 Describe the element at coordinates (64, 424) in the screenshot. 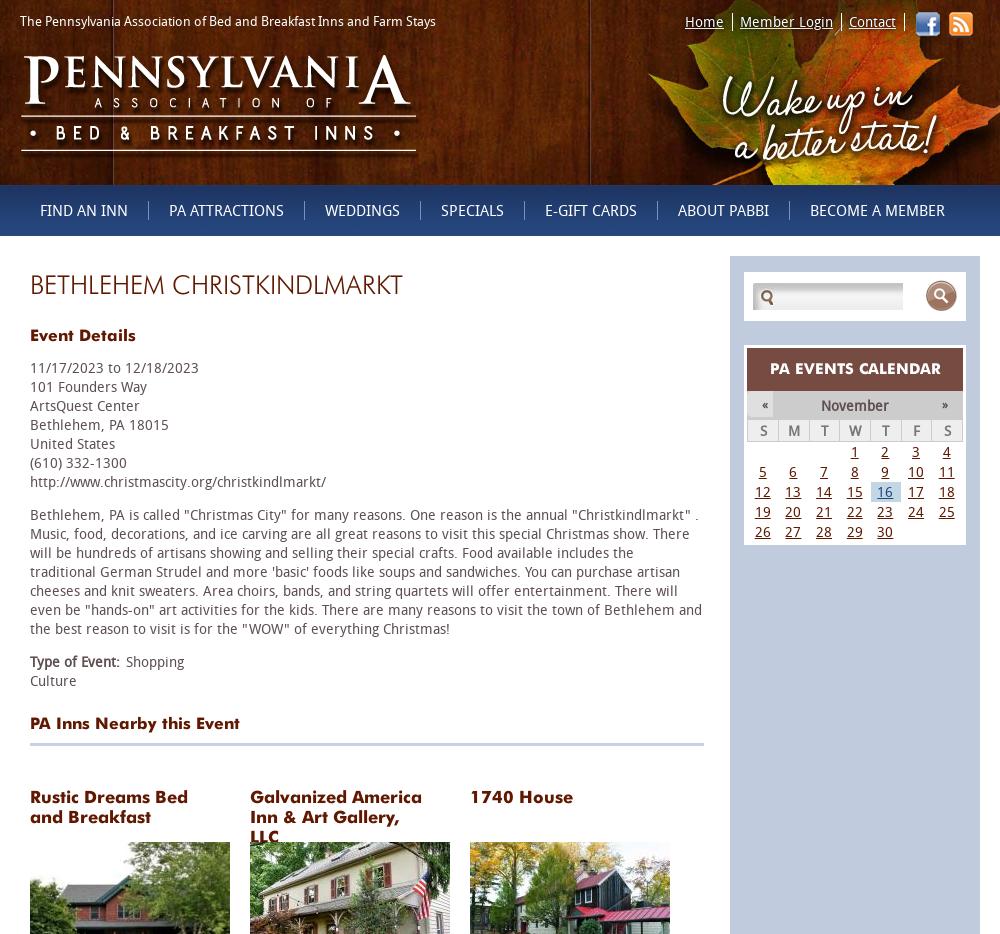

I see `'Bethlehem'` at that location.